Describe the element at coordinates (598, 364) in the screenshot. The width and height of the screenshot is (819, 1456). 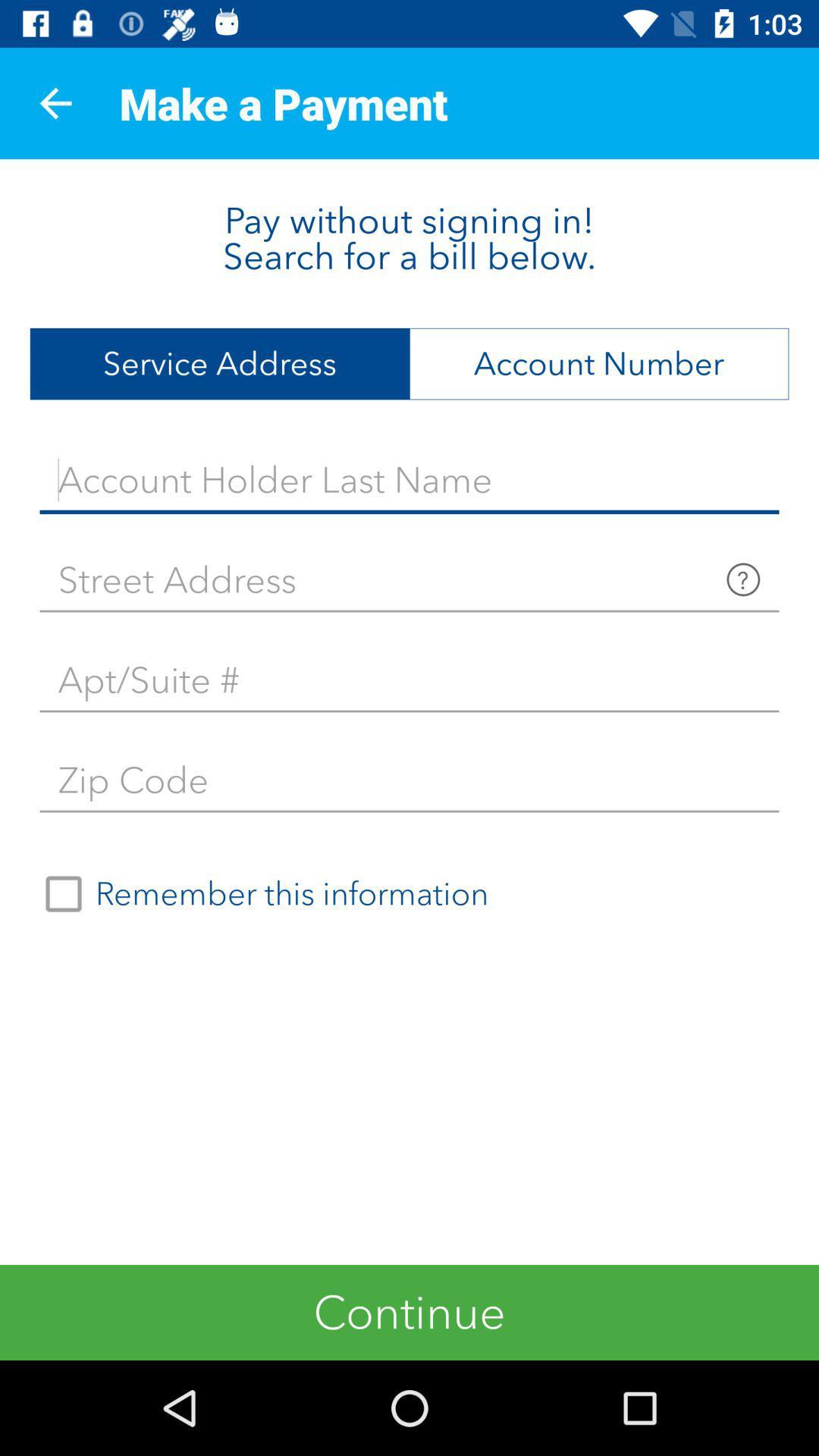
I see `account number icon` at that location.